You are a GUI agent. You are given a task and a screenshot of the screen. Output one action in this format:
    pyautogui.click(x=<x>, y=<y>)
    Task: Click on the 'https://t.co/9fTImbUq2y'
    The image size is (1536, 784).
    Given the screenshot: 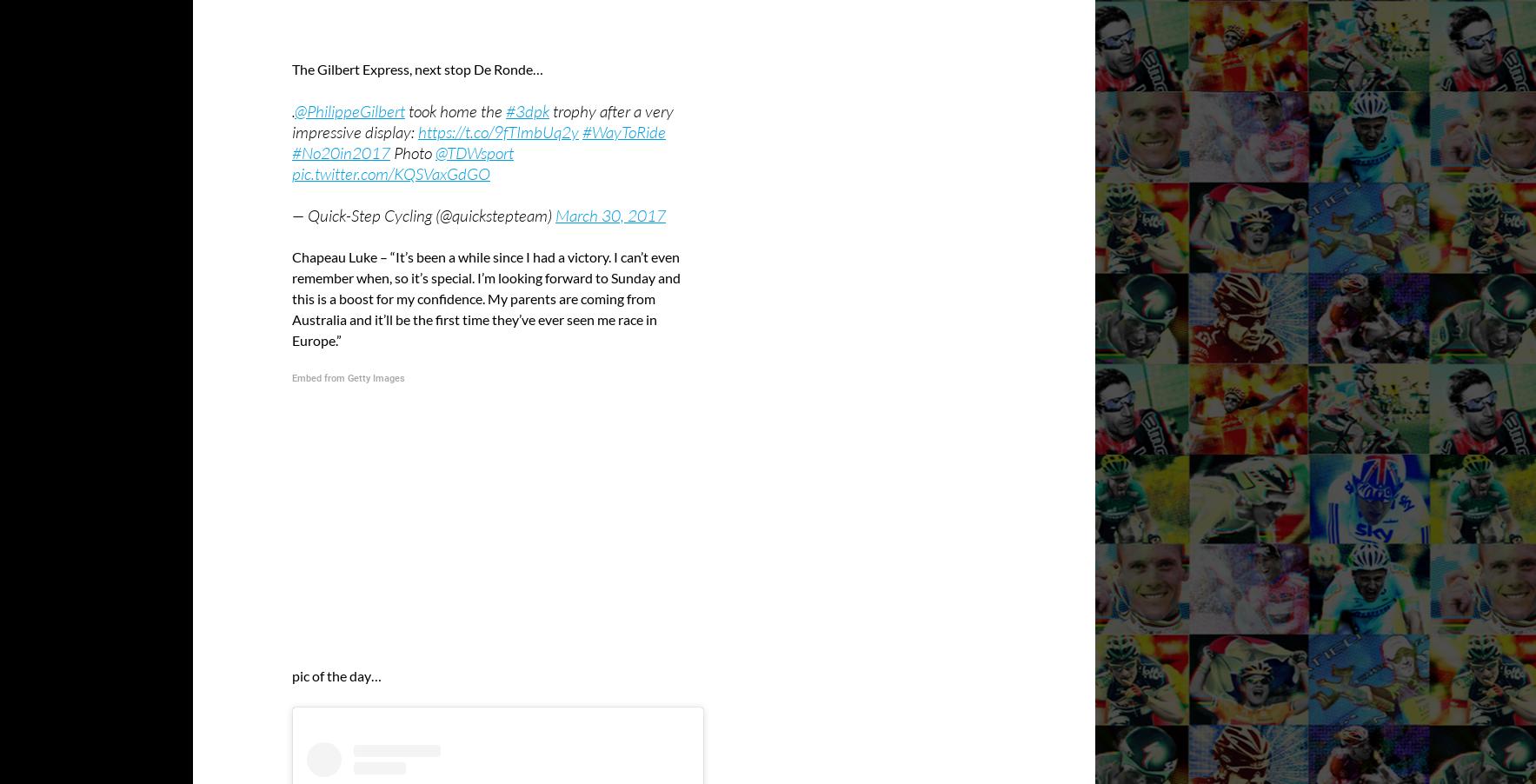 What is the action you would take?
    pyautogui.click(x=498, y=130)
    